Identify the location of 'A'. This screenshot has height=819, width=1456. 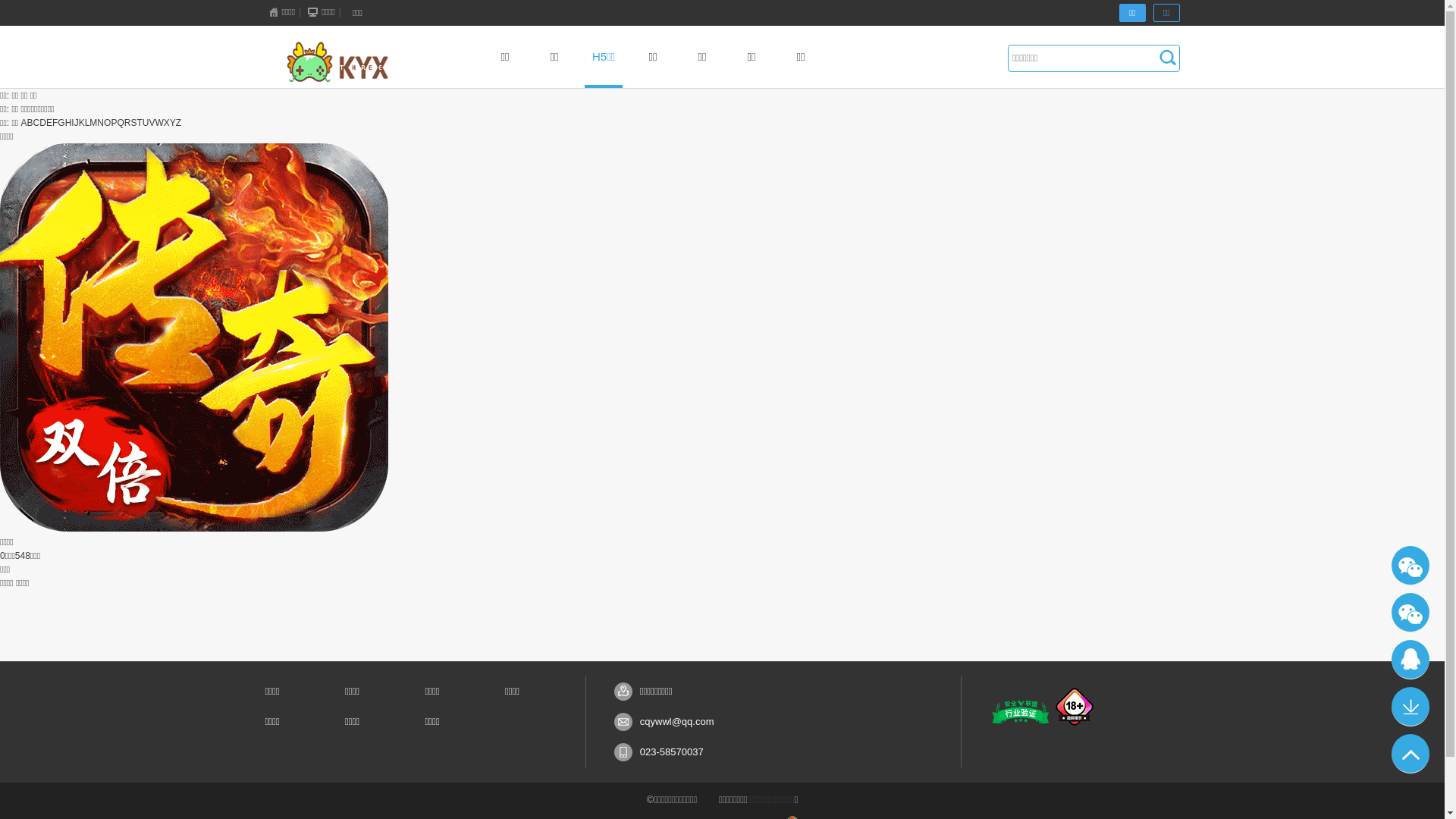
(24, 122).